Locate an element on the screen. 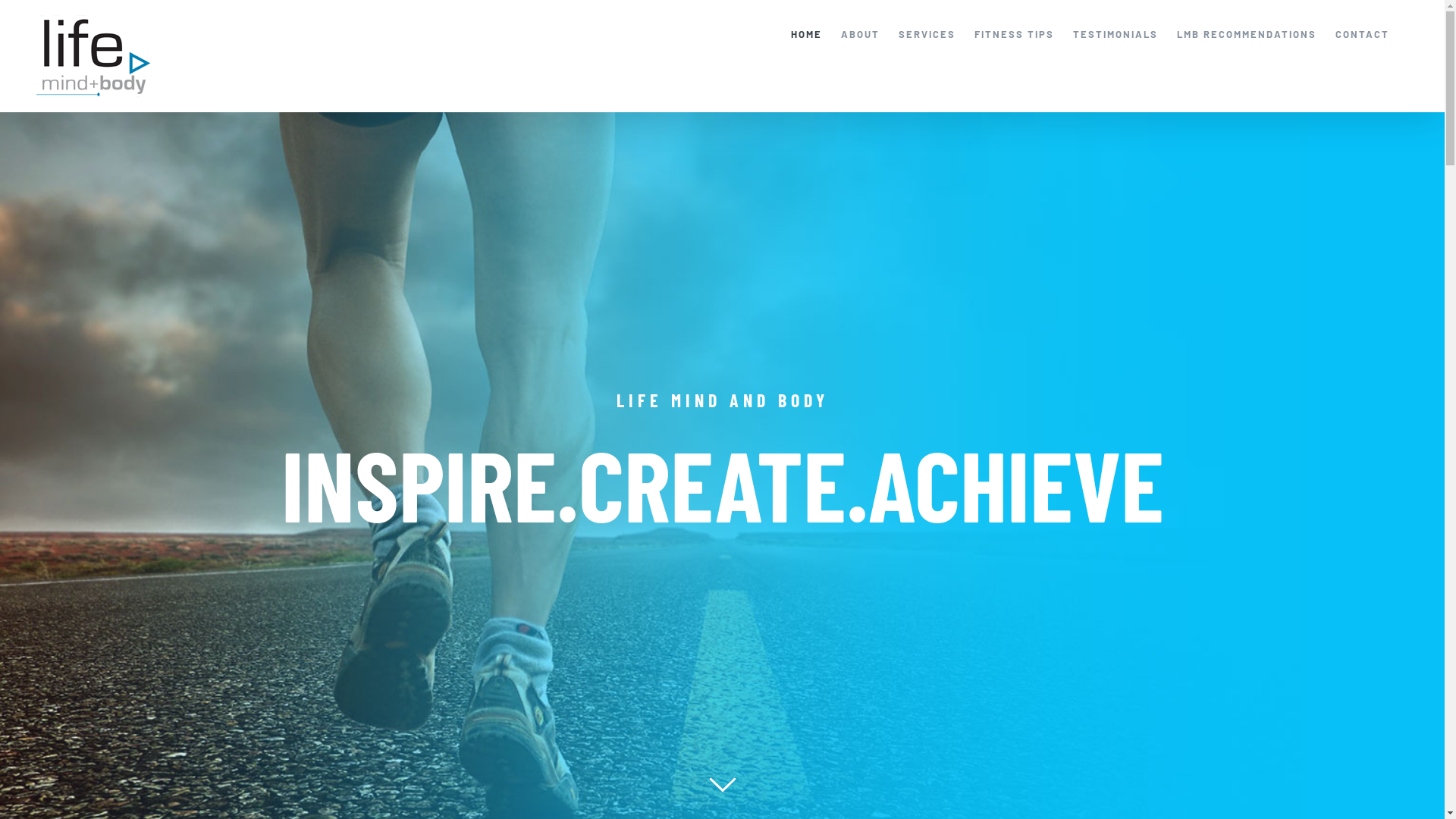  'FITNESS TIPS' is located at coordinates (974, 34).